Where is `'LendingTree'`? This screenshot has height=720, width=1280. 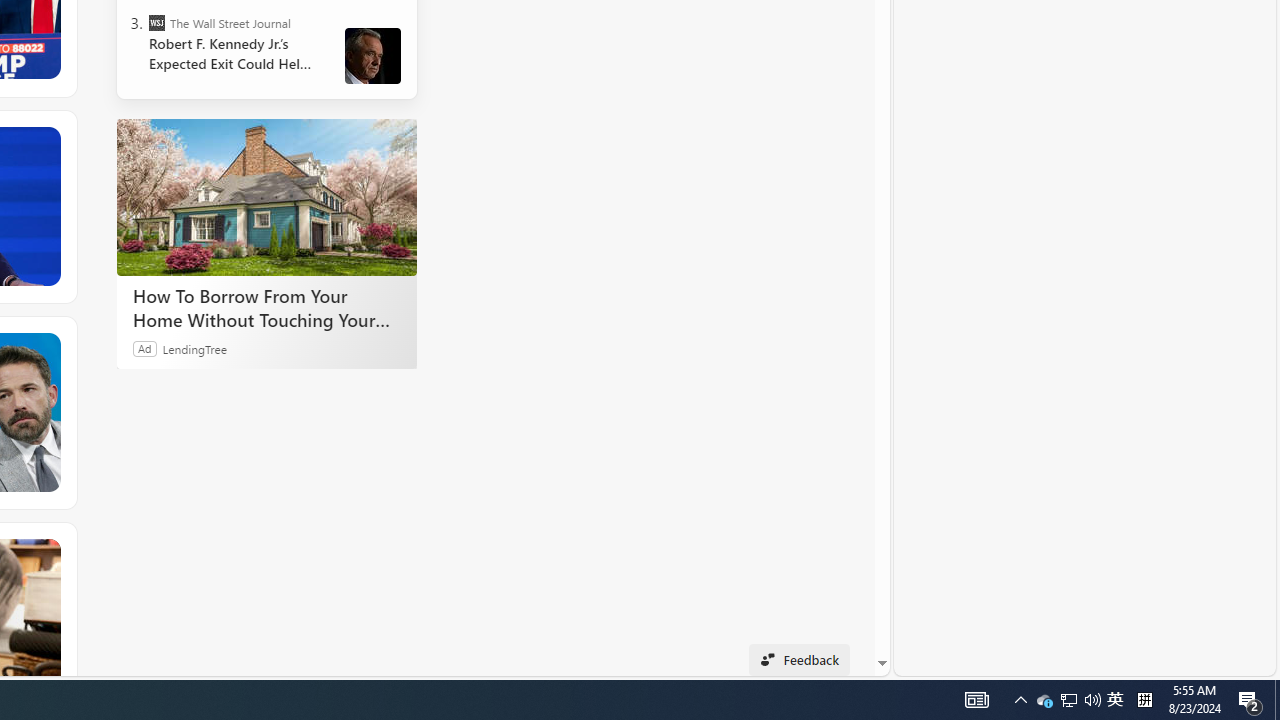 'LendingTree' is located at coordinates (195, 347).